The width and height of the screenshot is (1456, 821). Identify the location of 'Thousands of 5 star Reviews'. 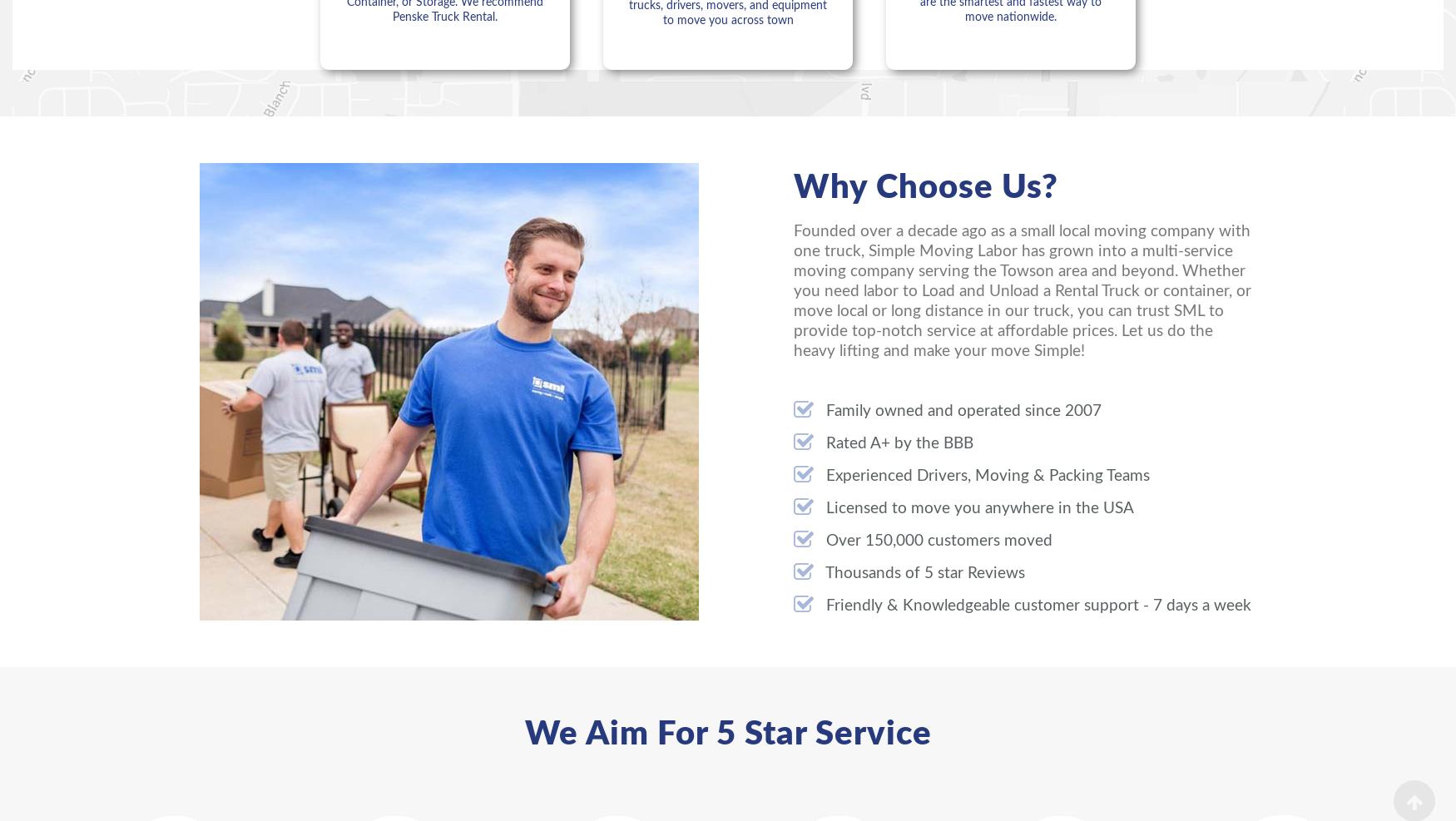
(924, 573).